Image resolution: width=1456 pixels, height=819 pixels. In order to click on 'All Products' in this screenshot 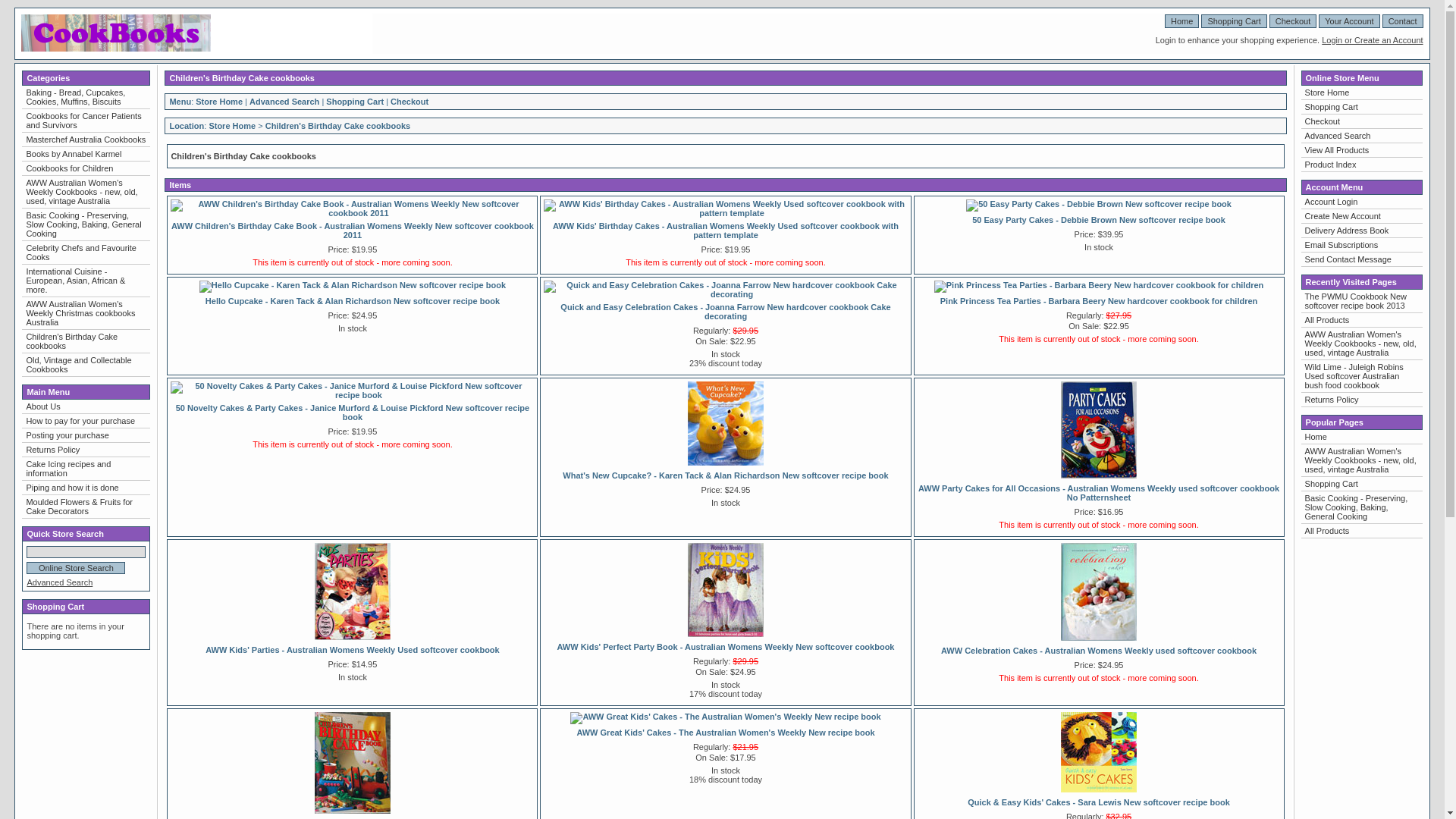, I will do `click(1361, 318)`.